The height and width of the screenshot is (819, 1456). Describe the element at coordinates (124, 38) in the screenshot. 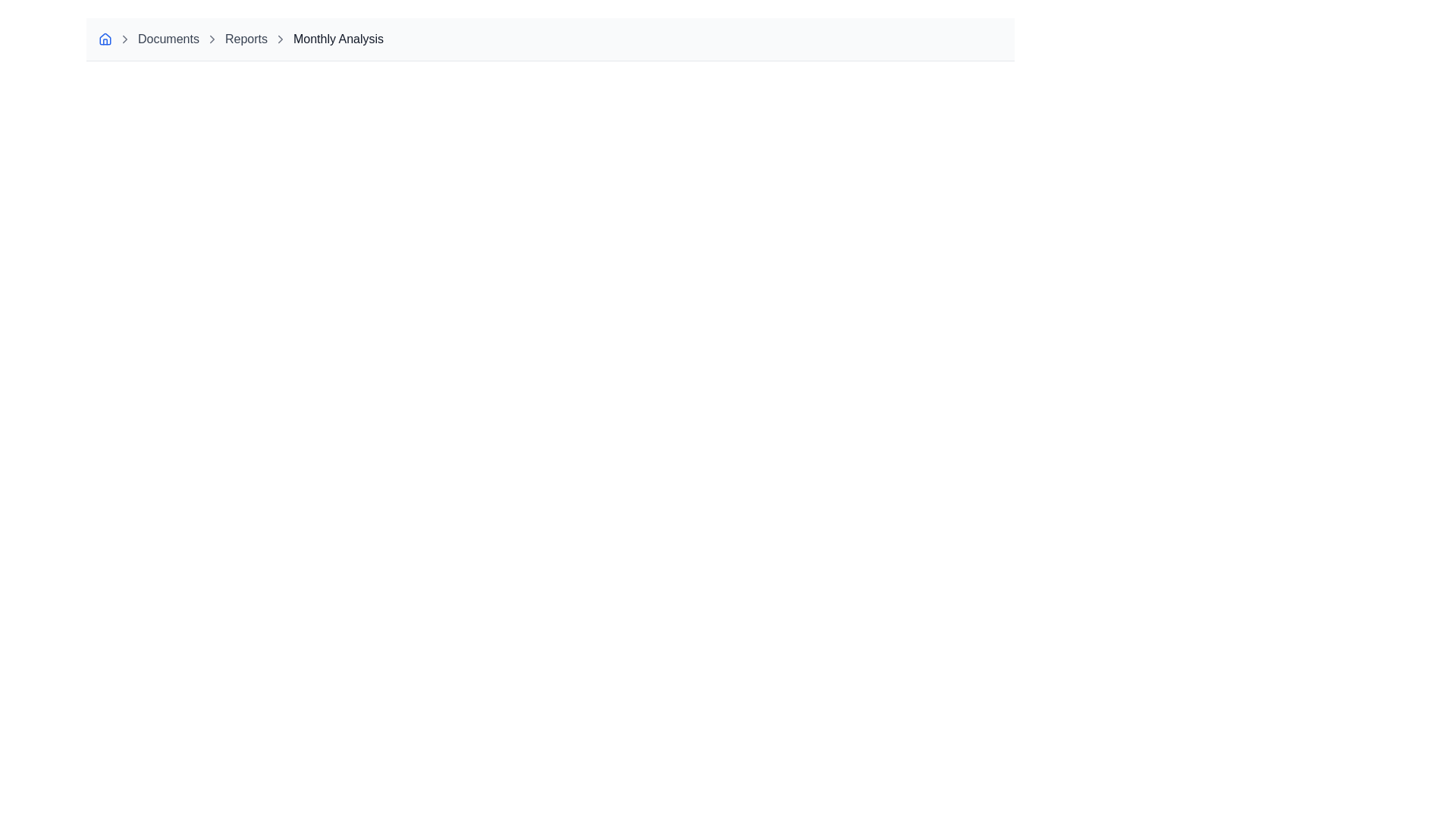

I see `the first chevron icon in the breadcrumb navigation, which indicates a separator between the home icon and the text 'Documents'` at that location.